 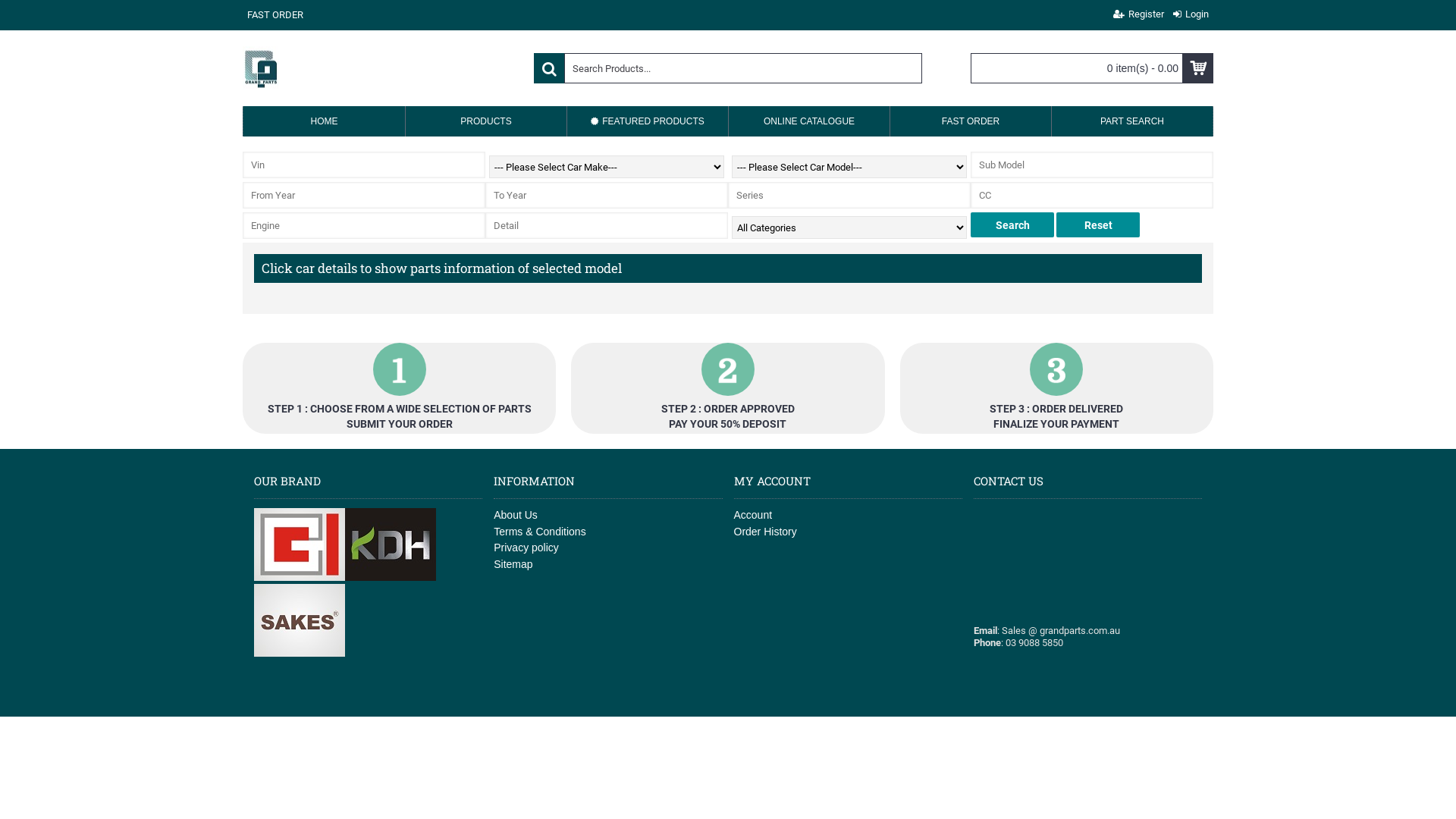 What do you see at coordinates (1131, 120) in the screenshot?
I see `'PART SEARCH'` at bounding box center [1131, 120].